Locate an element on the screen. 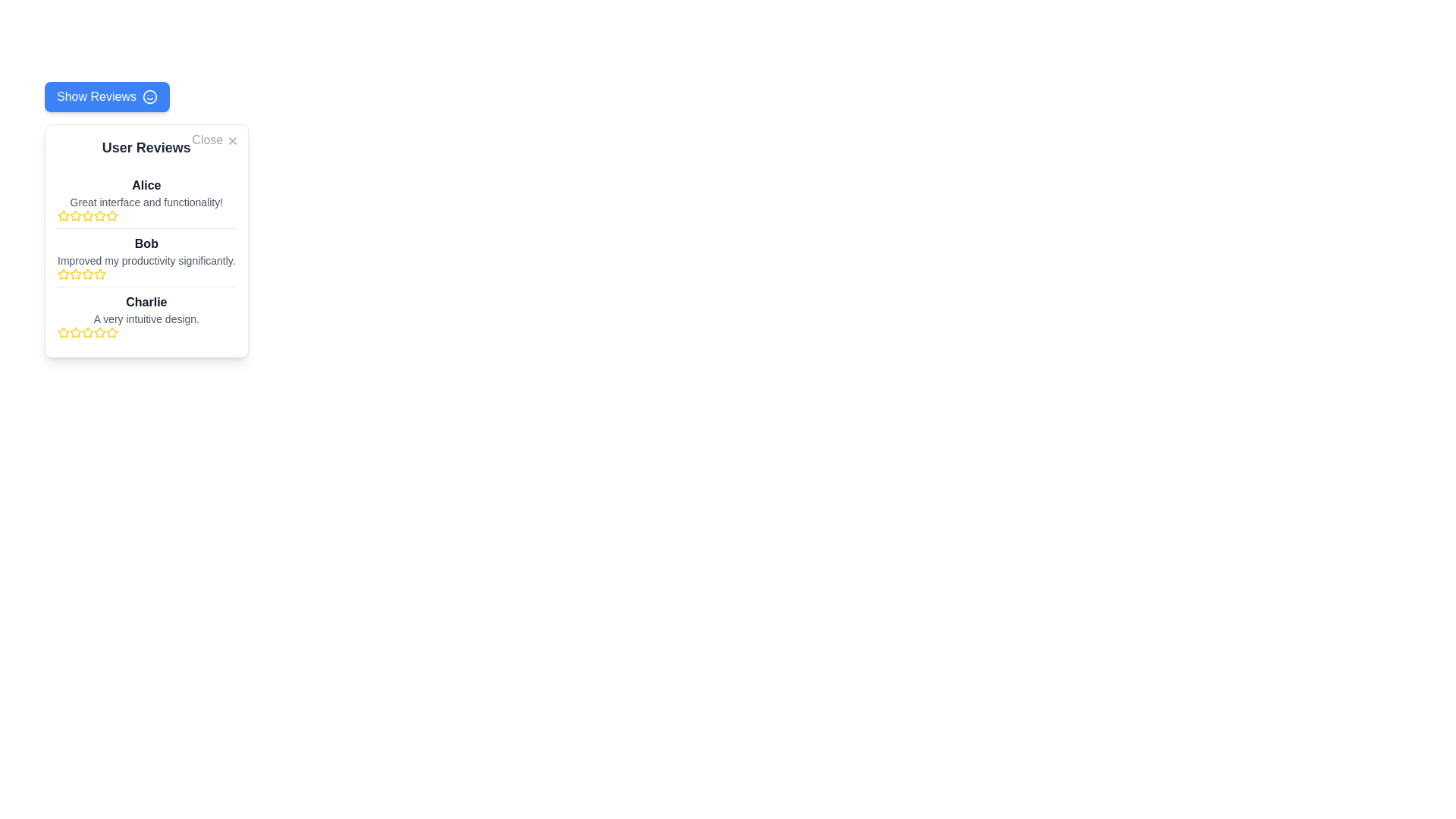  the first star icon in the second row of the rating section under the review titled 'Bob' is located at coordinates (74, 274).